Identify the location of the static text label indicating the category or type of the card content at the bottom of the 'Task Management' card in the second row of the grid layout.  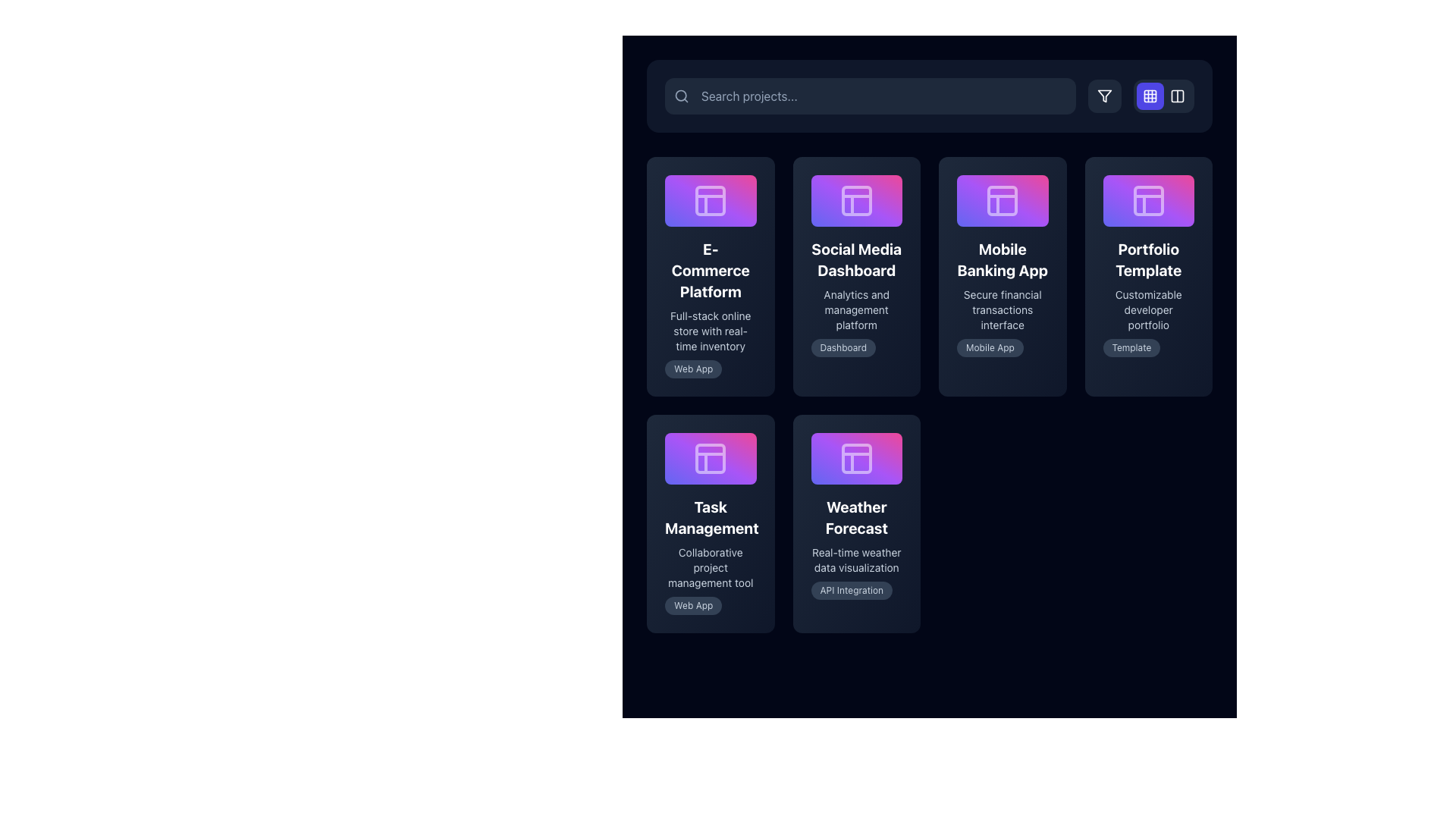
(692, 604).